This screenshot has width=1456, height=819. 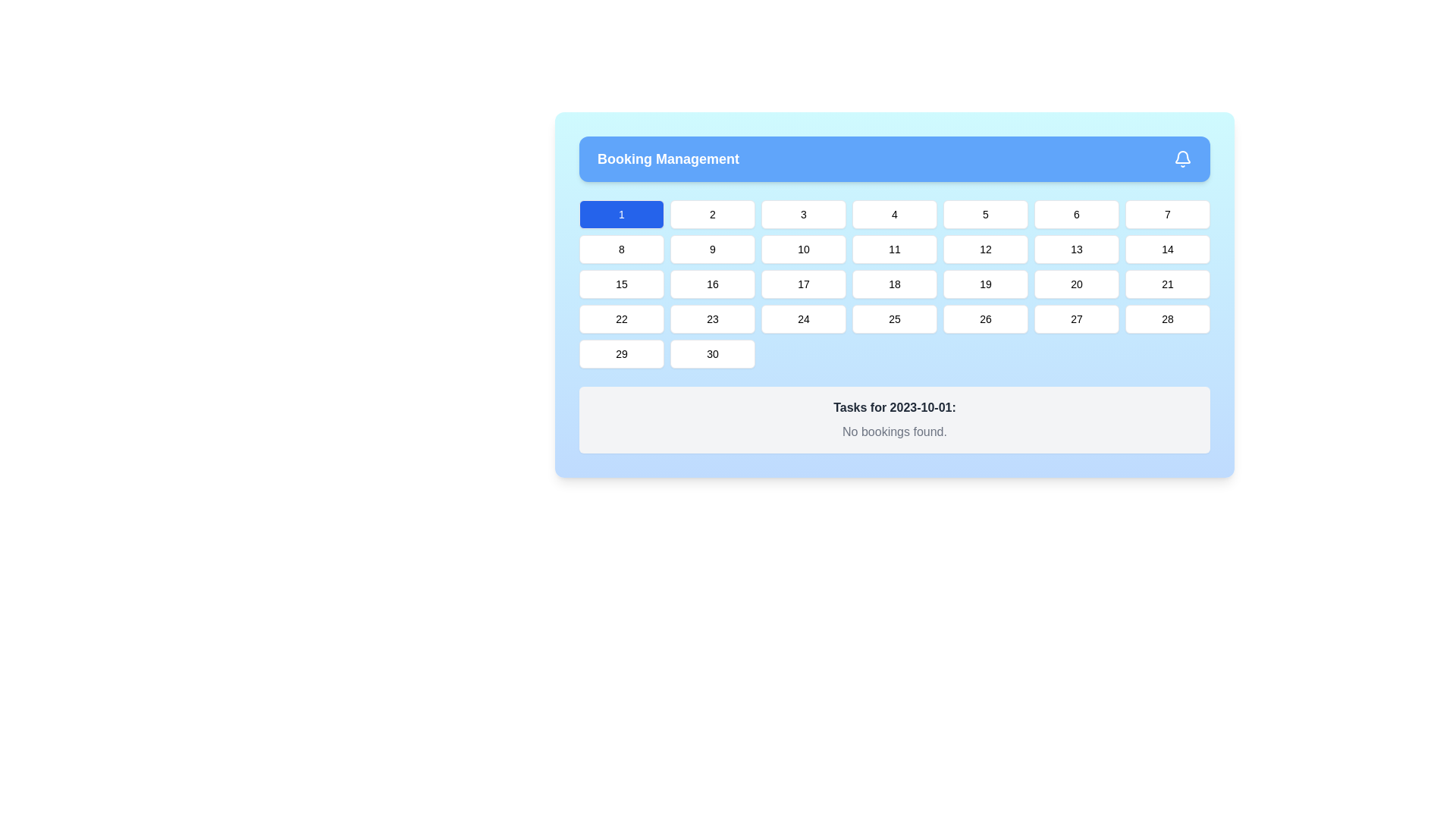 I want to click on the button representing the date '28' in the calendar interface, so click(x=1167, y=318).